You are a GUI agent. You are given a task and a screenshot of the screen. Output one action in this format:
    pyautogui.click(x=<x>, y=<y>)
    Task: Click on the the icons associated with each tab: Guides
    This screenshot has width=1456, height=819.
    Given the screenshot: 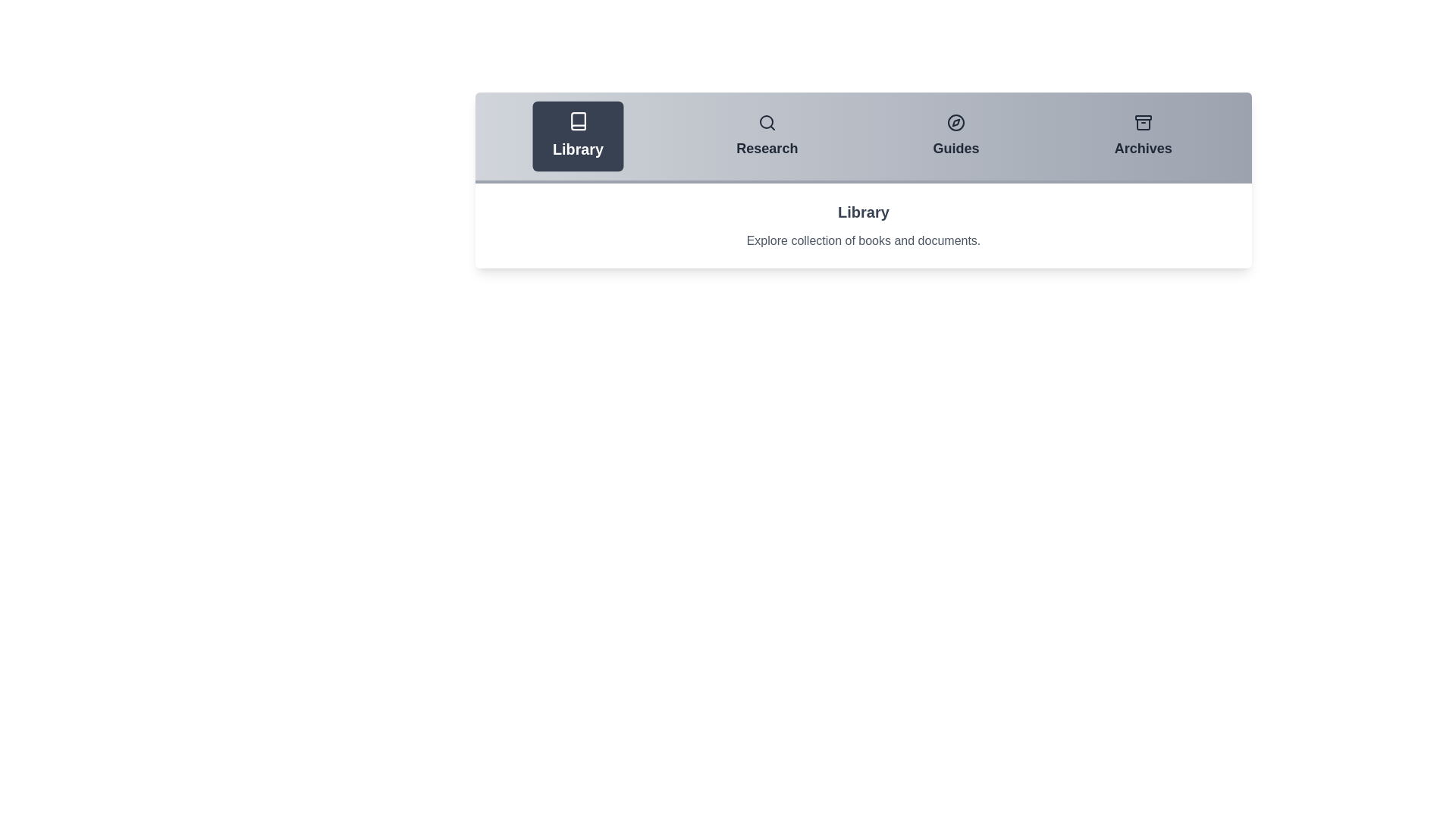 What is the action you would take?
    pyautogui.click(x=955, y=122)
    